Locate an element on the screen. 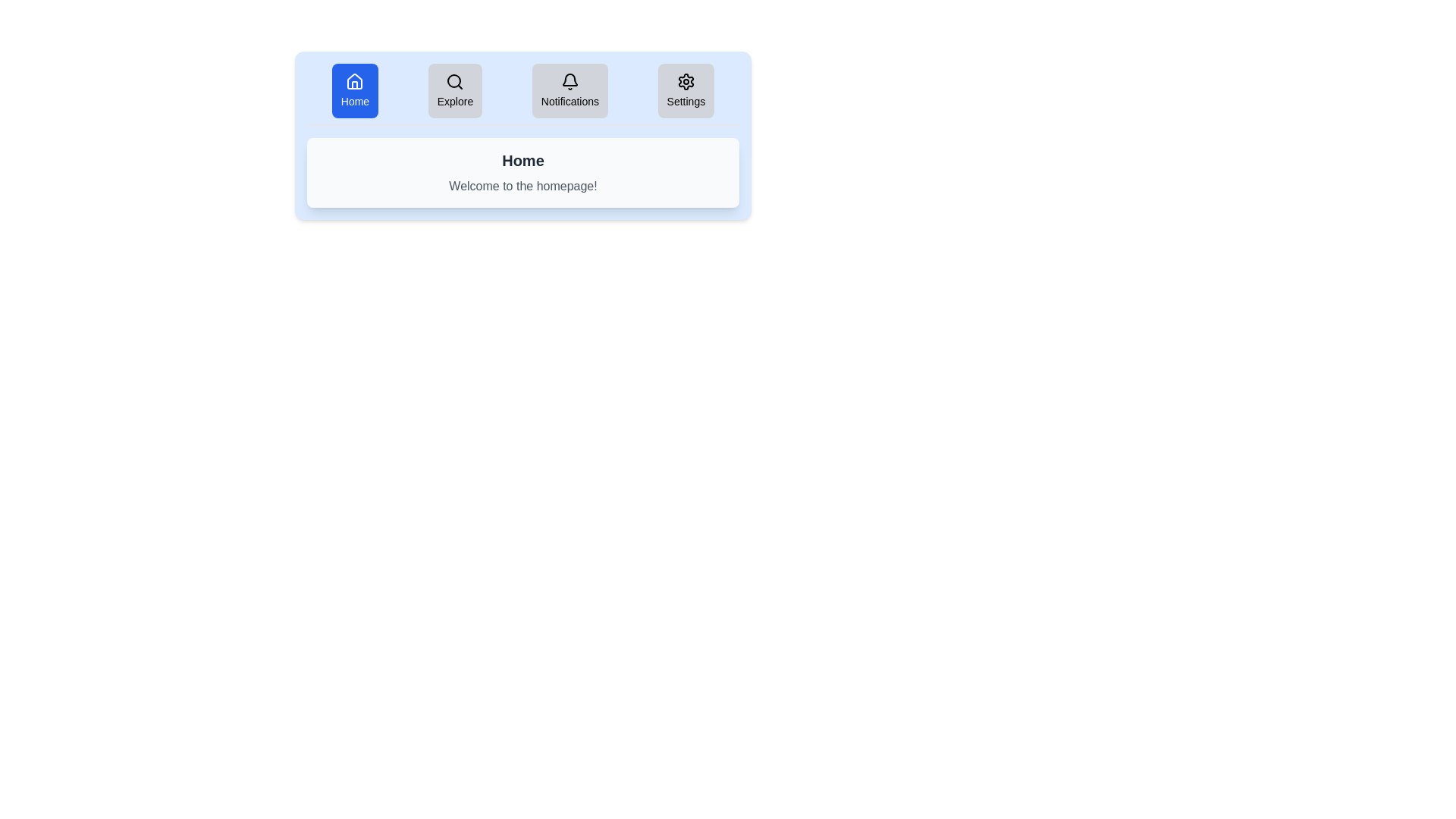  the tab labeled Home to view its content is located at coordinates (353, 90).